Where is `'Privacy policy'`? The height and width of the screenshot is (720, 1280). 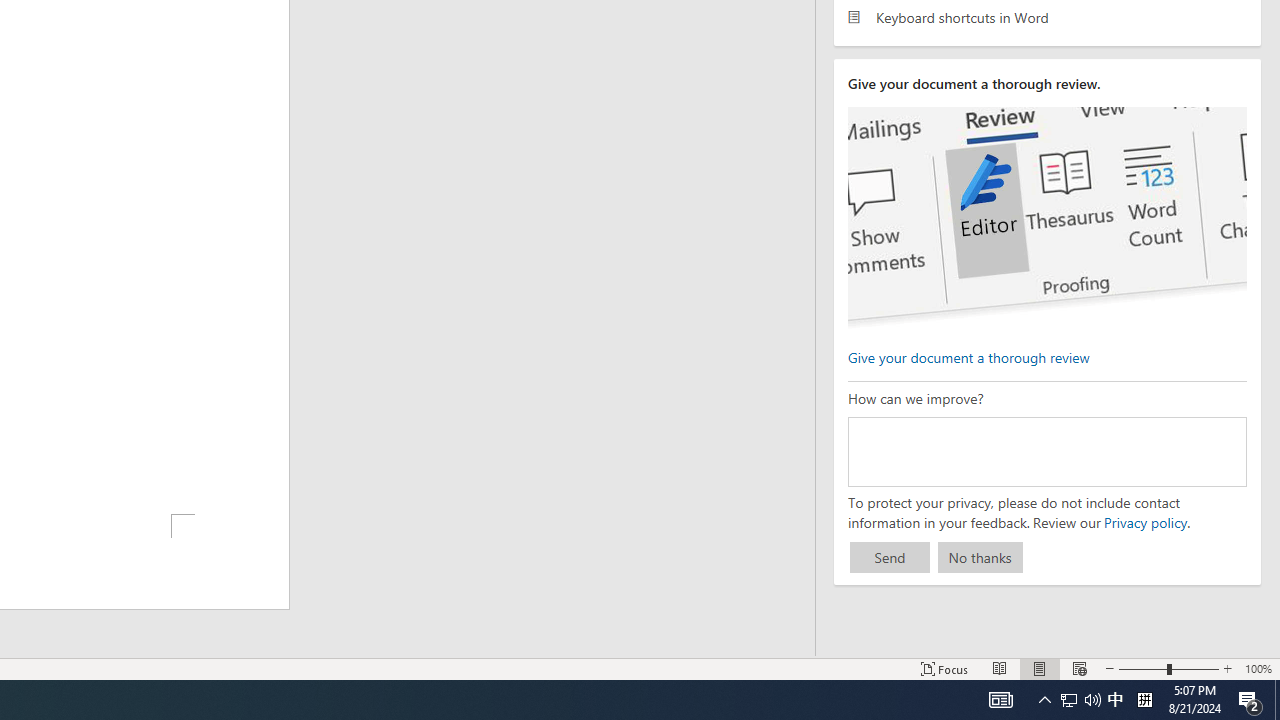 'Privacy policy' is located at coordinates (1144, 521).